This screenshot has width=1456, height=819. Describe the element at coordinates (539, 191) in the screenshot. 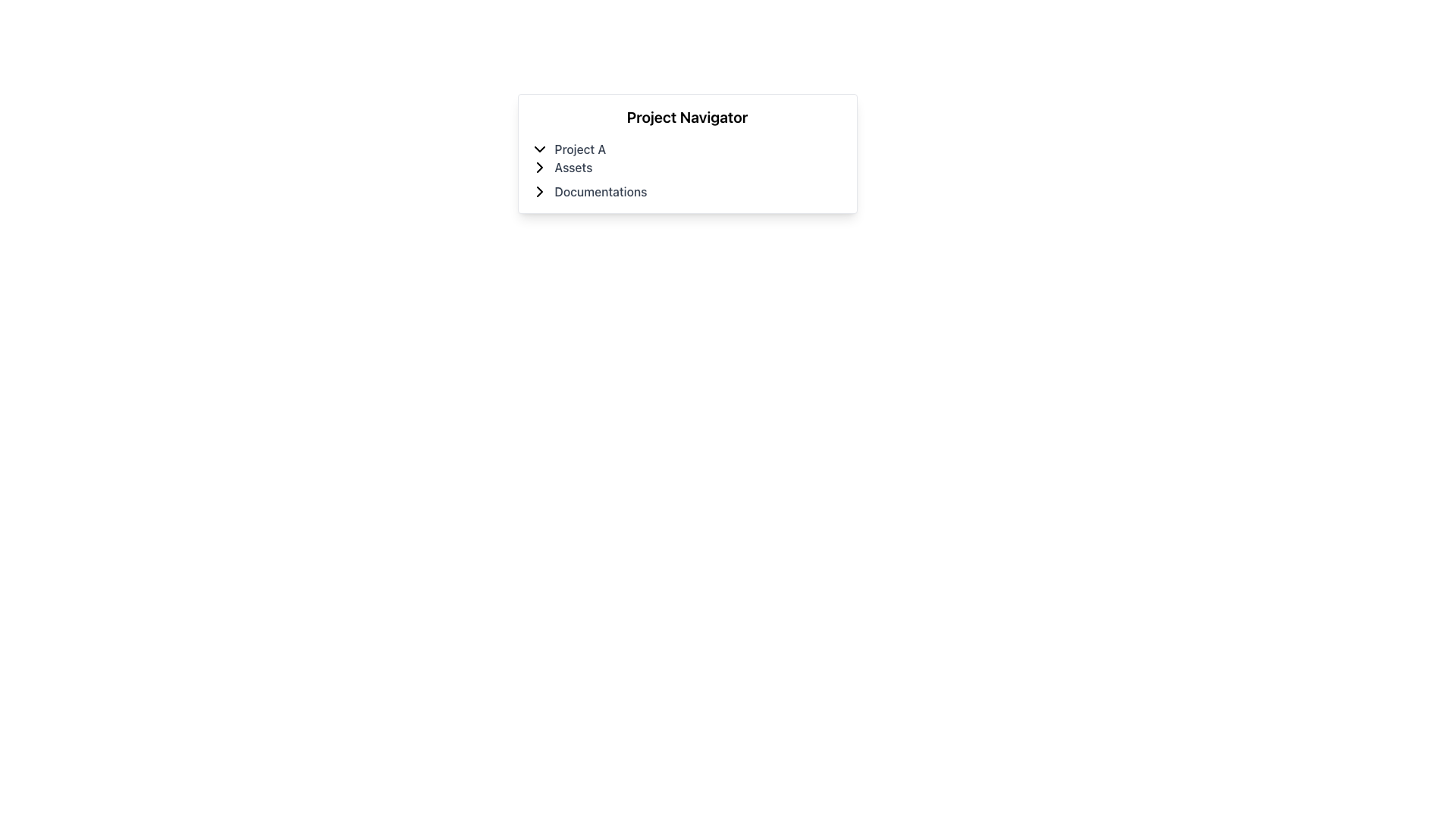

I see `the small right-facing chevron icon, which is styled with a rounded stroke, positioned directly to the left of the text labeled 'Documentations'` at that location.